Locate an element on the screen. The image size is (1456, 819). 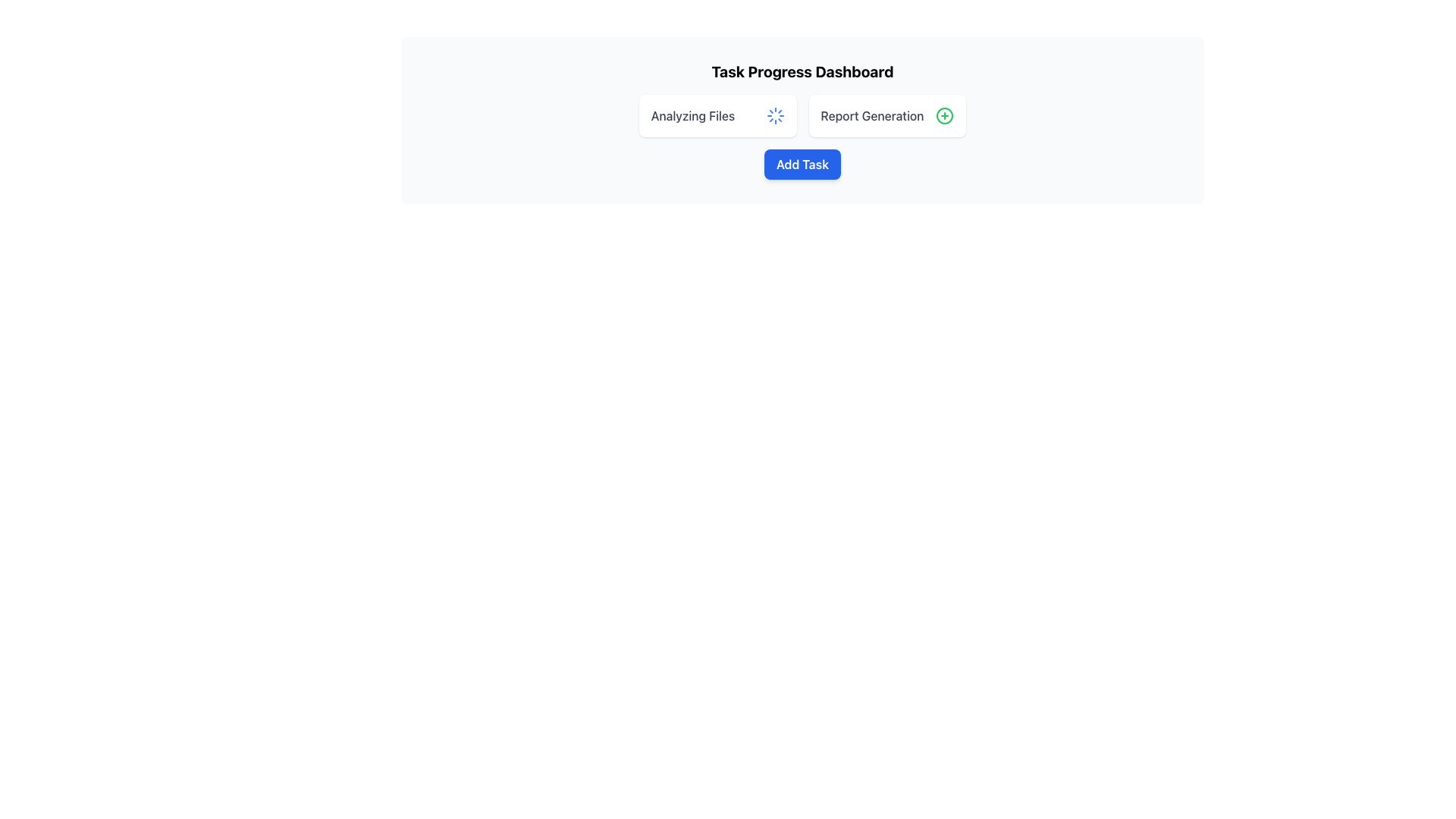
the actionable button (icon type) located on the far right of the 'Report Generation' section is located at coordinates (944, 115).